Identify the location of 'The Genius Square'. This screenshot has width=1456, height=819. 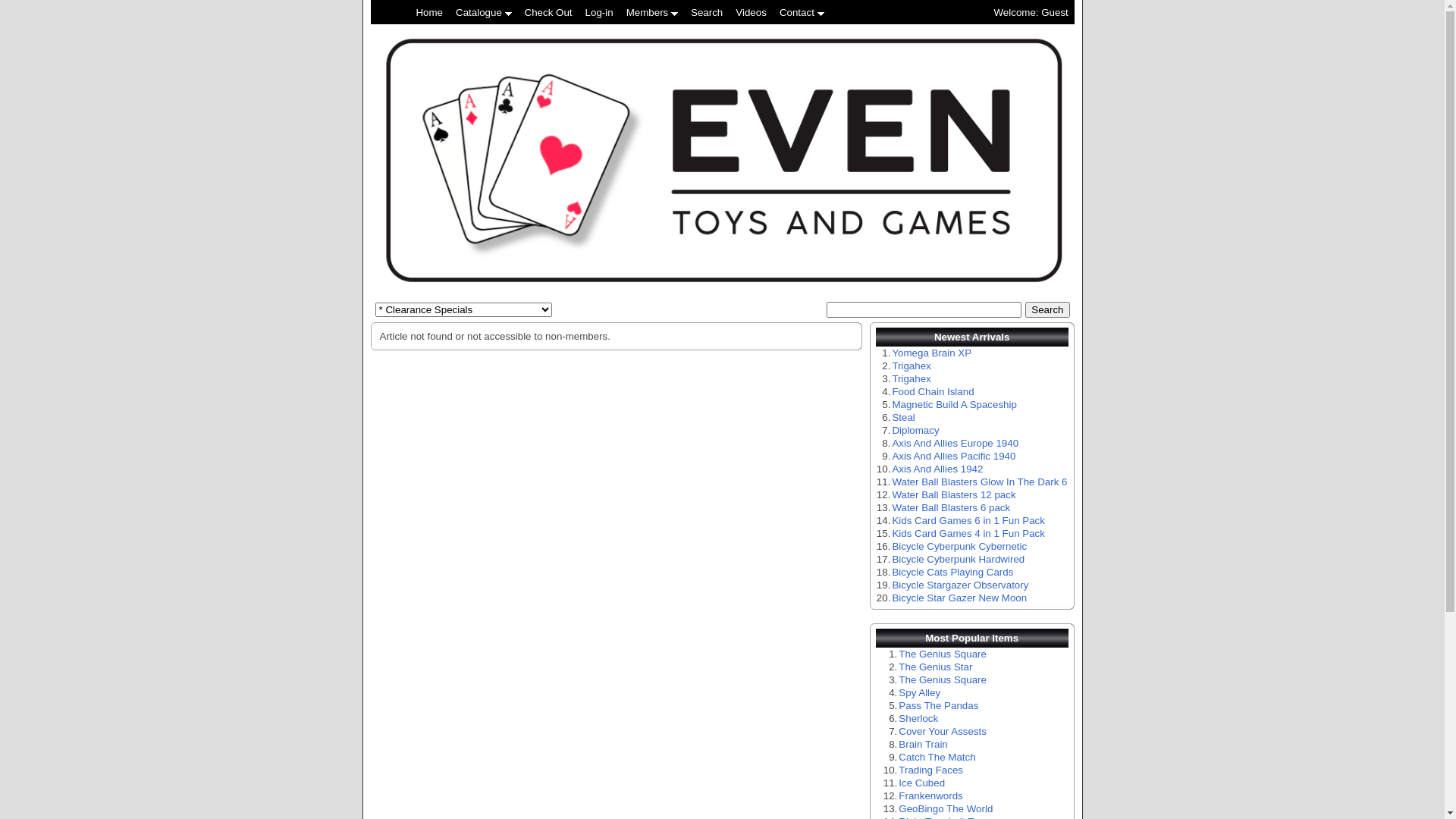
(942, 679).